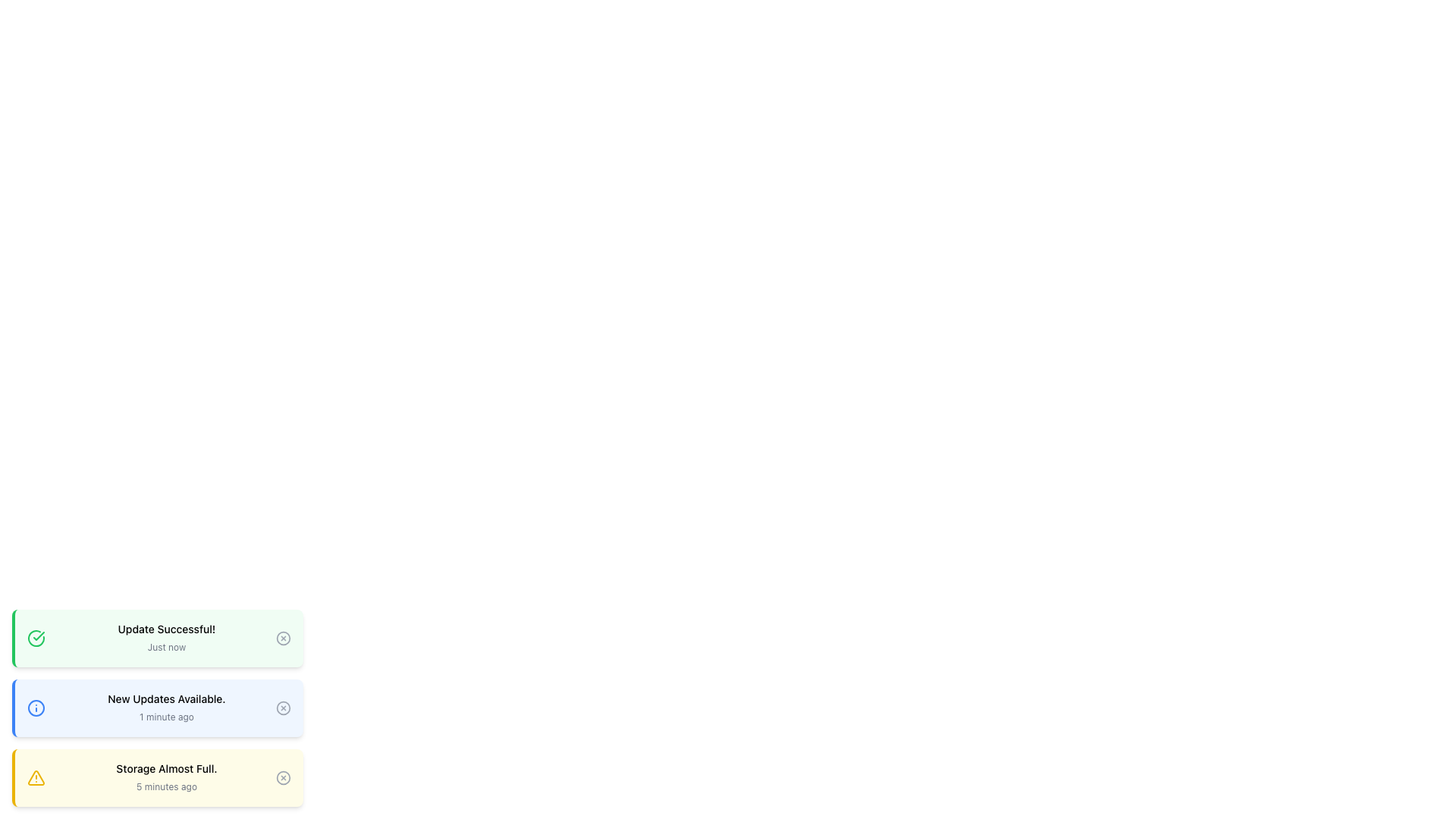 The image size is (1456, 819). What do you see at coordinates (284, 708) in the screenshot?
I see `the close button located at the rightmost edge of the notification card displaying 'New Updates Available'` at bounding box center [284, 708].